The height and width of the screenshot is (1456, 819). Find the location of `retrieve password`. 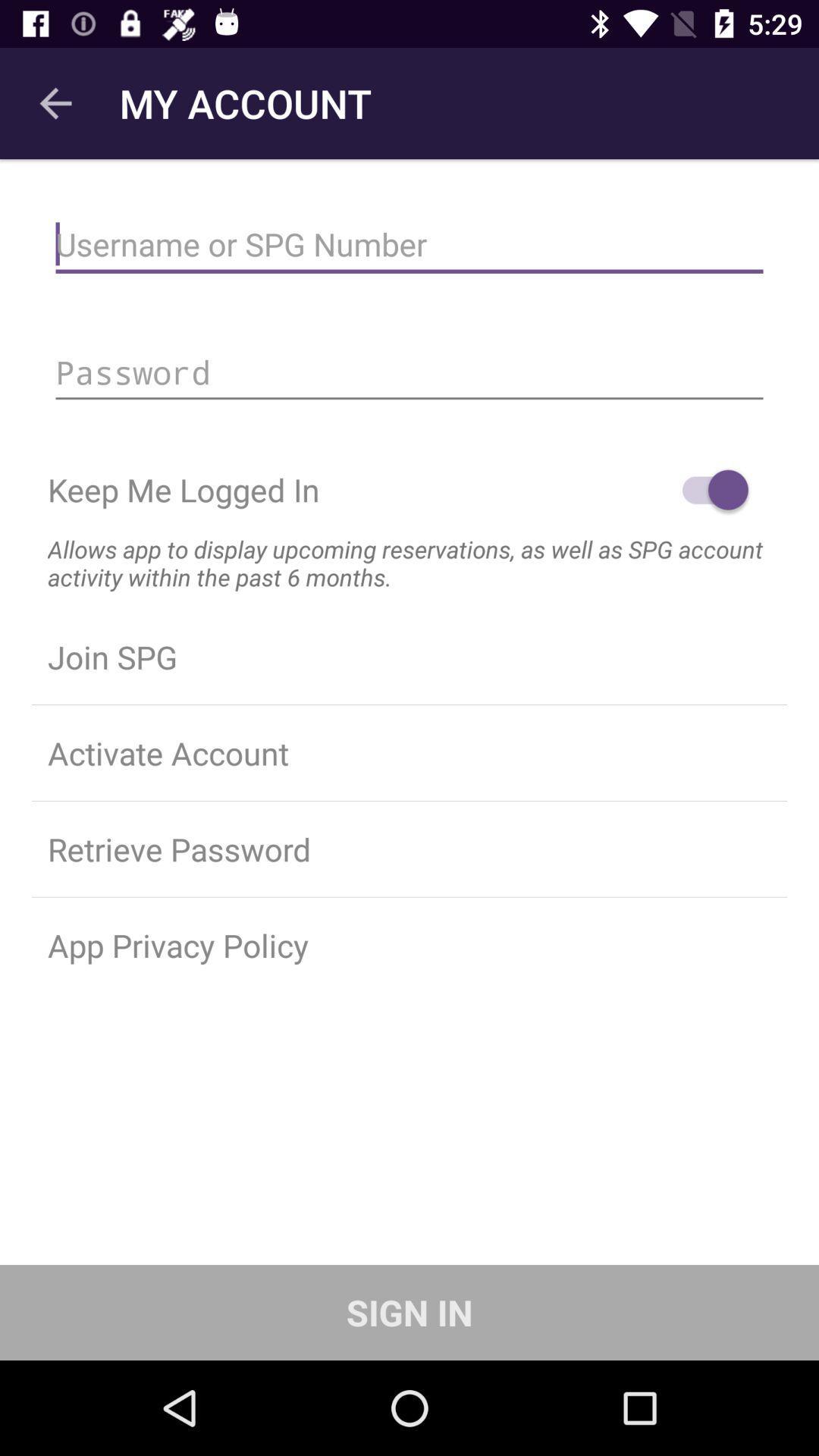

retrieve password is located at coordinates (409, 848).